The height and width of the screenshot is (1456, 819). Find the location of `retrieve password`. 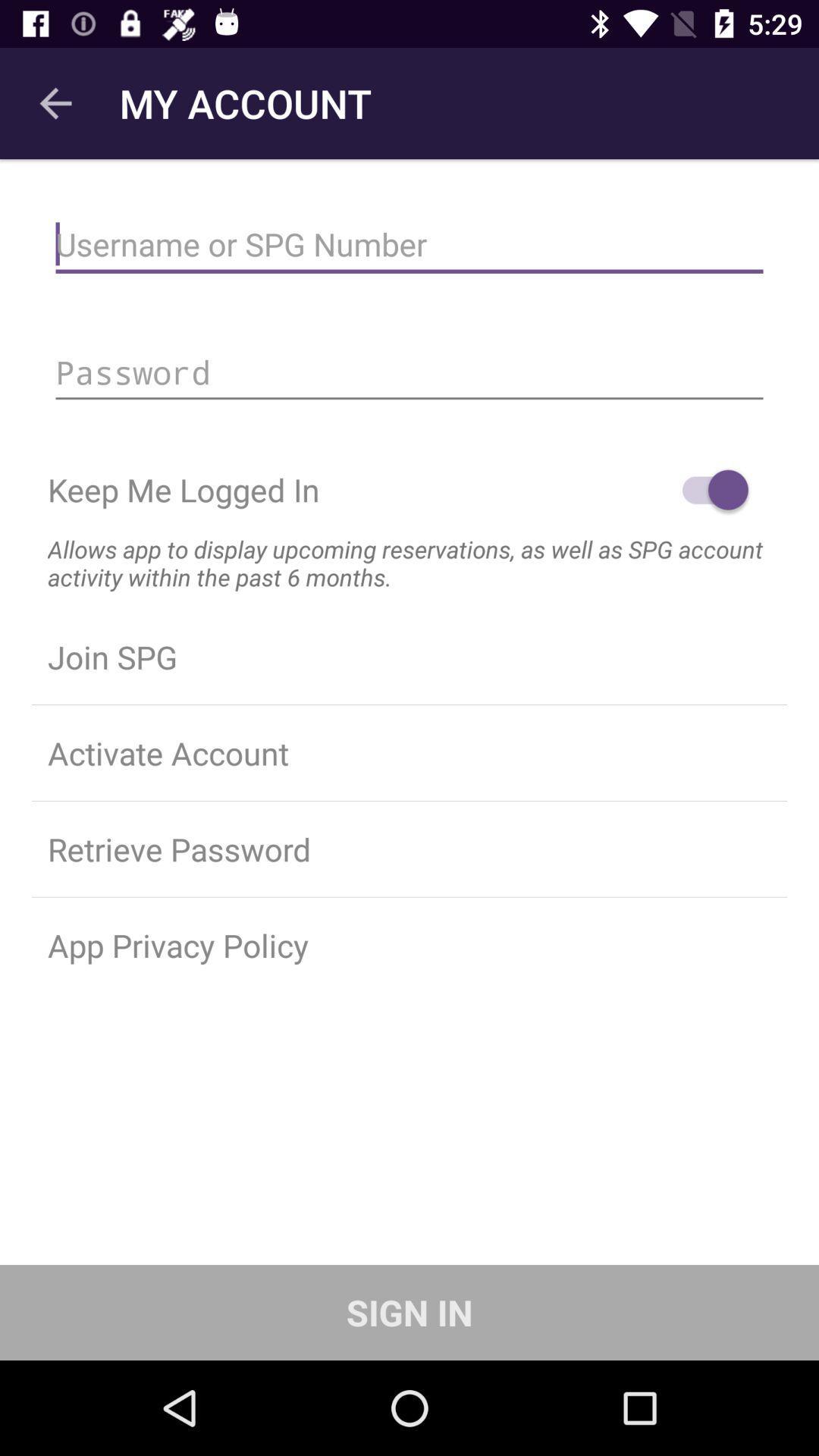

retrieve password is located at coordinates (409, 848).